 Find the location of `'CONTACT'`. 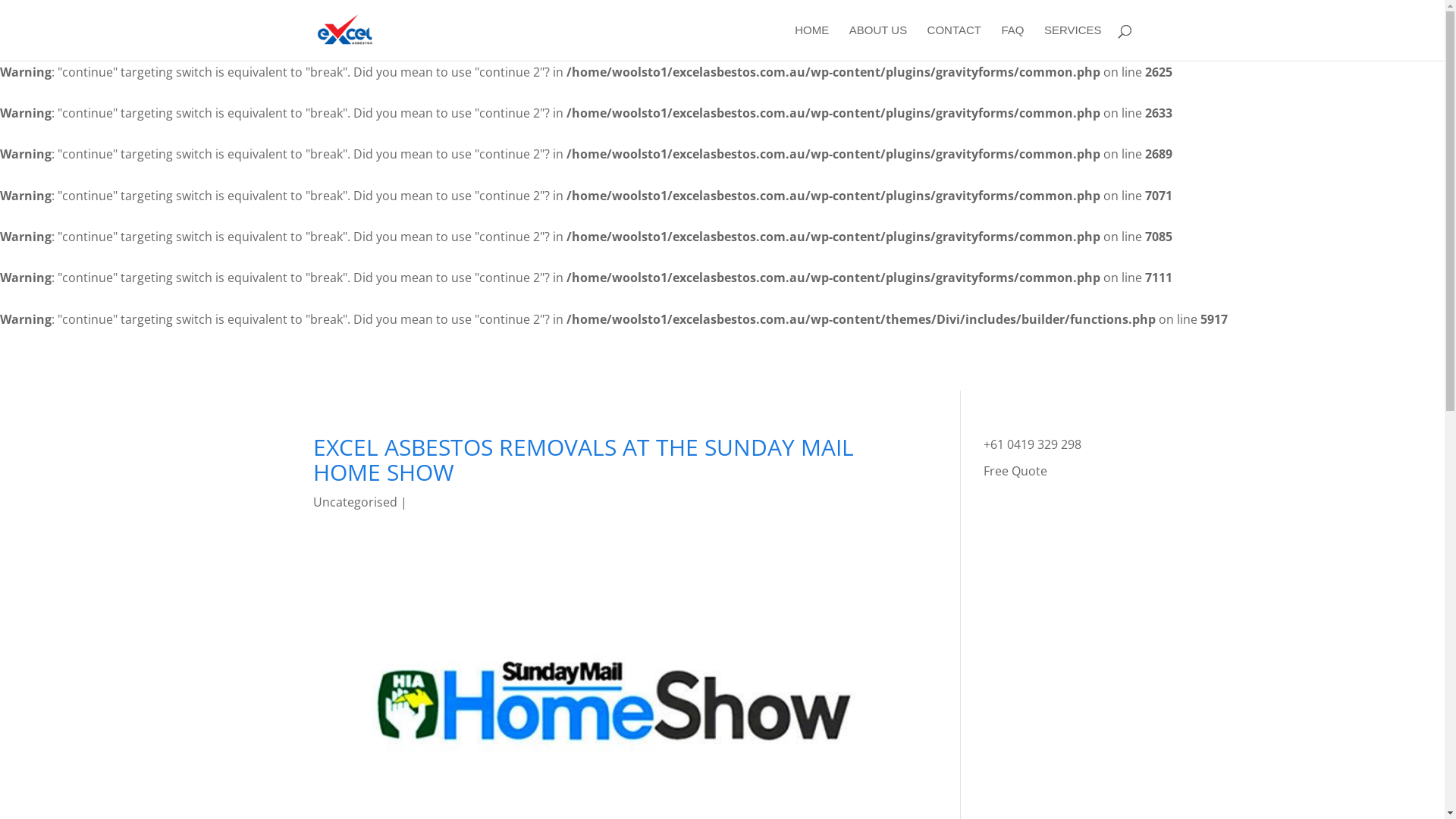

'CONTACT' is located at coordinates (953, 42).